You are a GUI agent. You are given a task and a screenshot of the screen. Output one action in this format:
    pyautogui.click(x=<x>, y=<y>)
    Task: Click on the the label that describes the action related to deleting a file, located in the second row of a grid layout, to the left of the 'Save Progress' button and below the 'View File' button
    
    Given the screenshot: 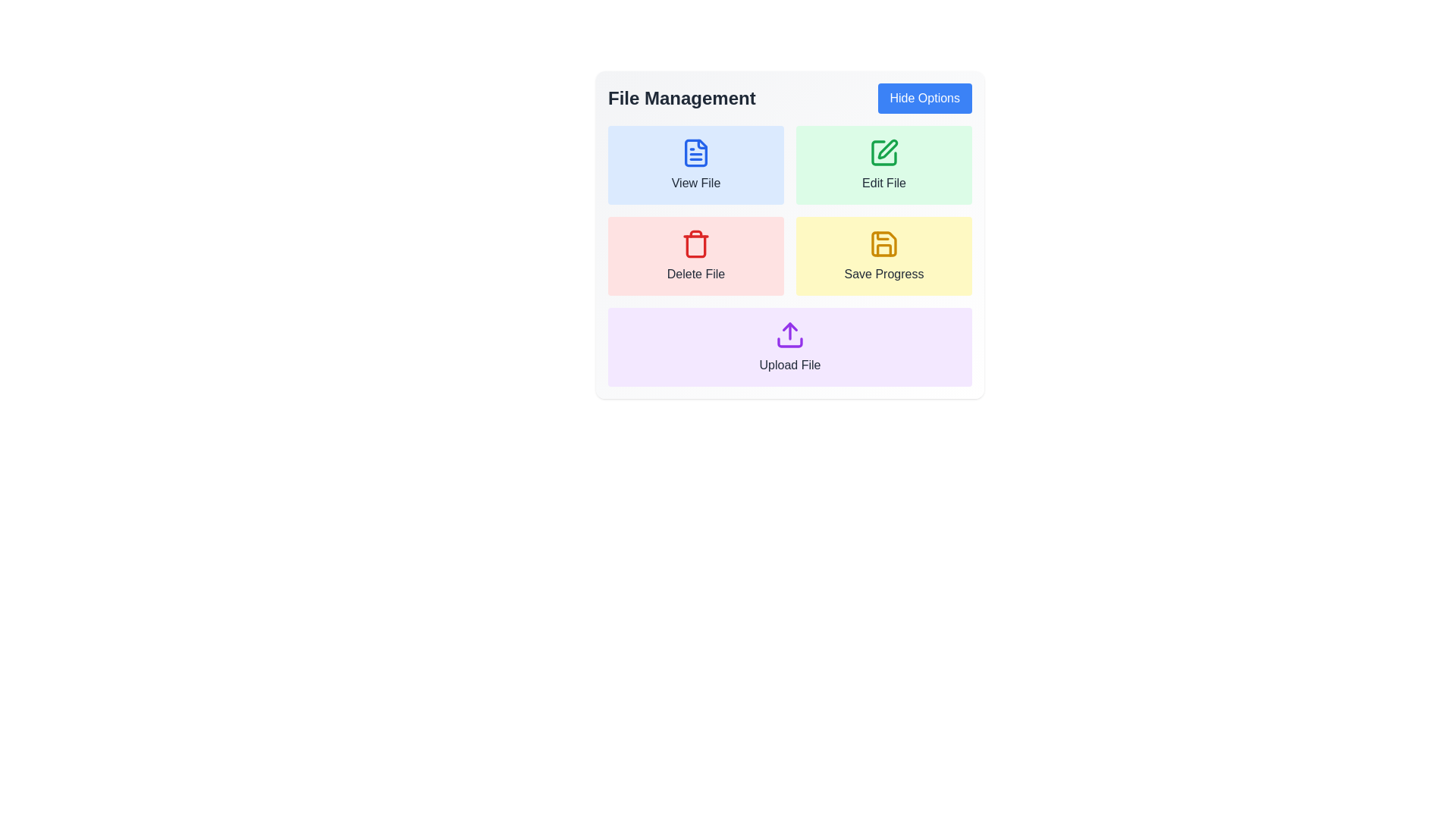 What is the action you would take?
    pyautogui.click(x=695, y=275)
    